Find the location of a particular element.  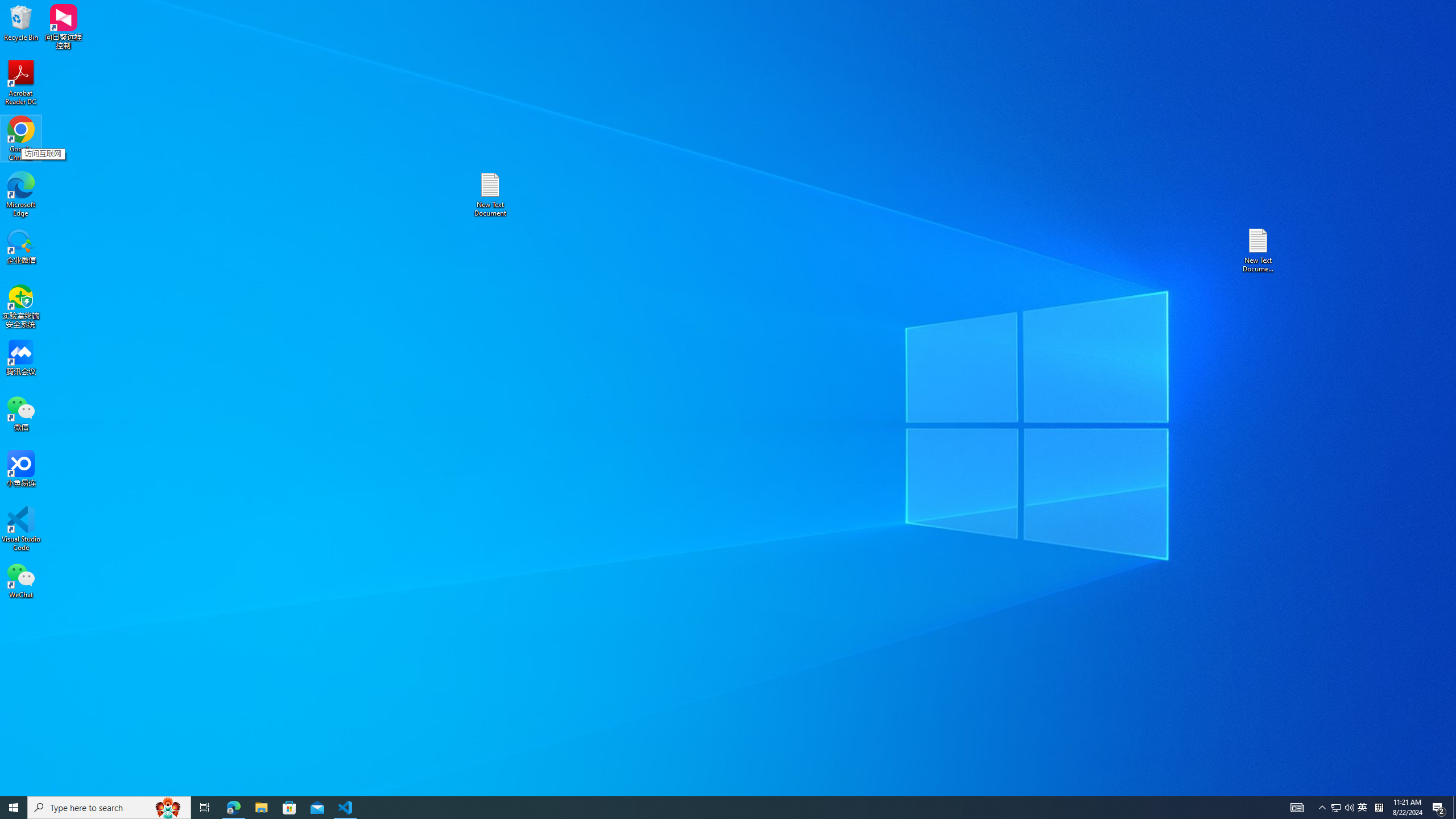

'Search highlights icon opens search home window' is located at coordinates (167, 806).